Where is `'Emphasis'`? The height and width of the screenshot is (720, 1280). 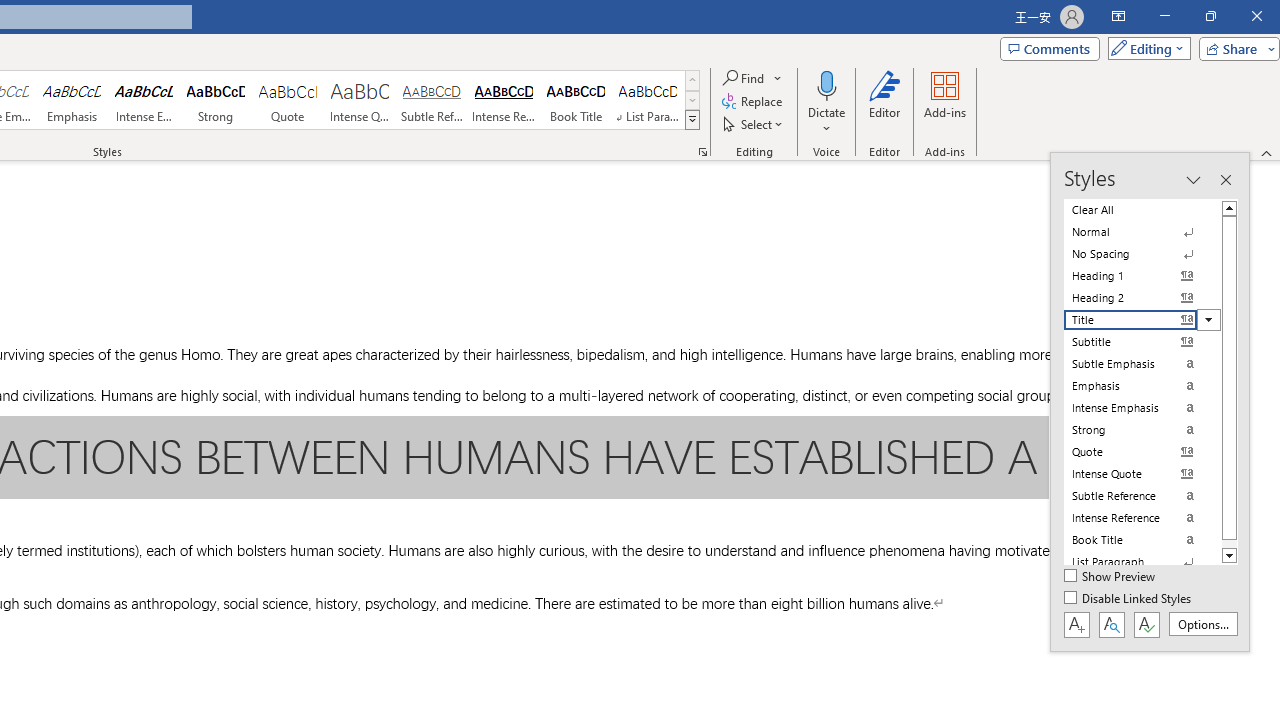 'Emphasis' is located at coordinates (71, 100).